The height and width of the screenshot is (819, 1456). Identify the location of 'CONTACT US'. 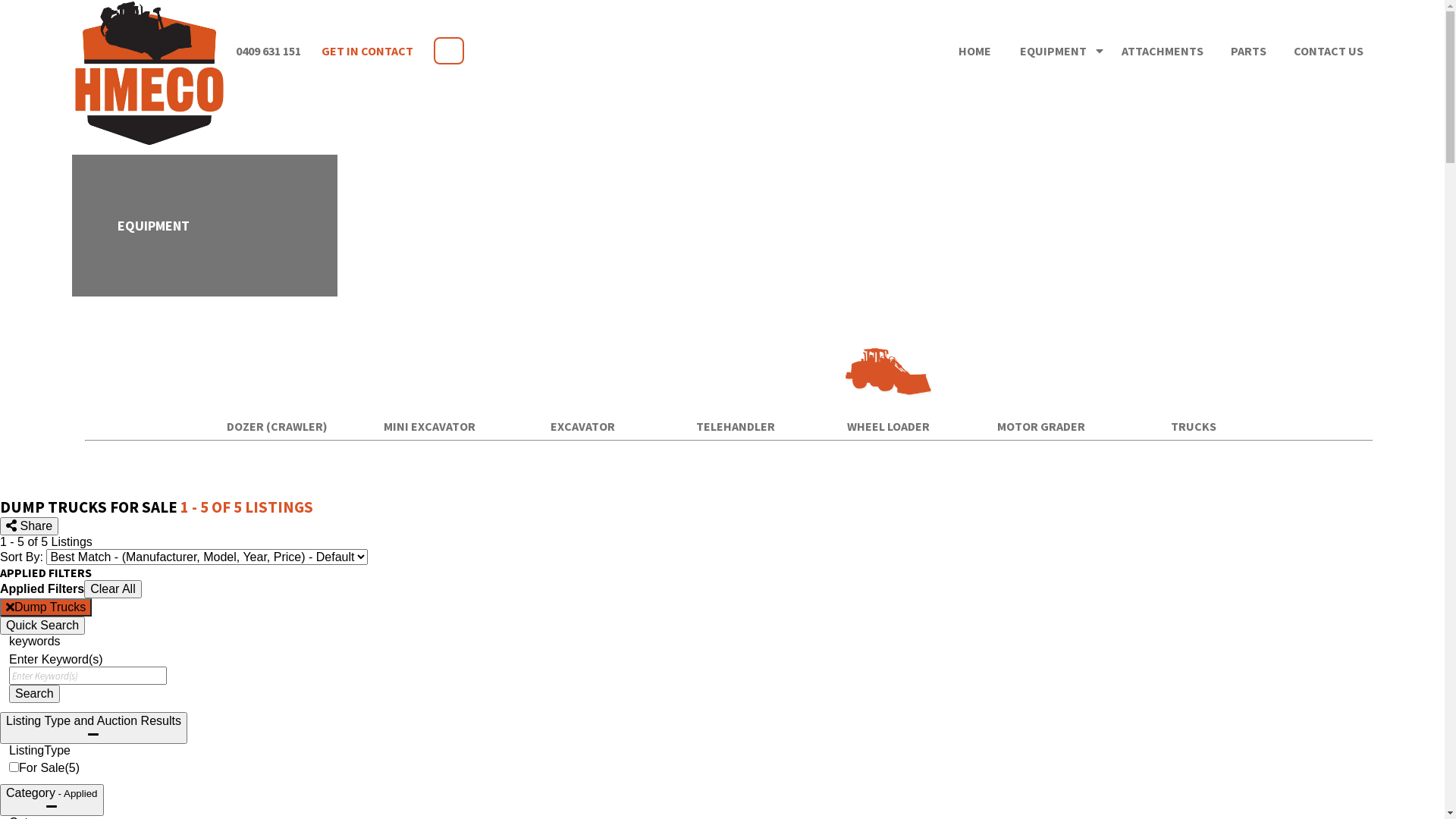
(1292, 49).